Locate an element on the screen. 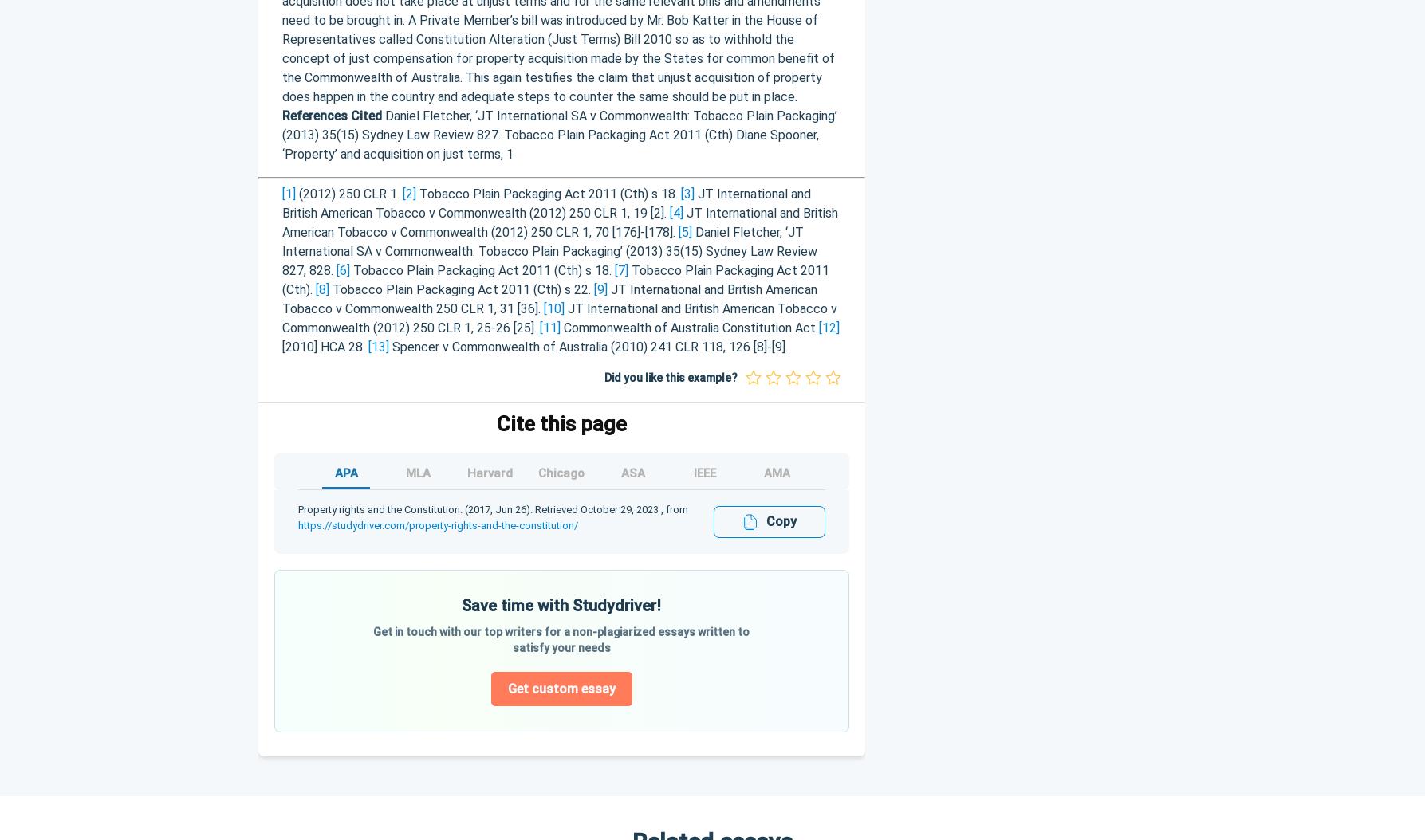 This screenshot has width=1425, height=840. '[9]' is located at coordinates (592, 289).